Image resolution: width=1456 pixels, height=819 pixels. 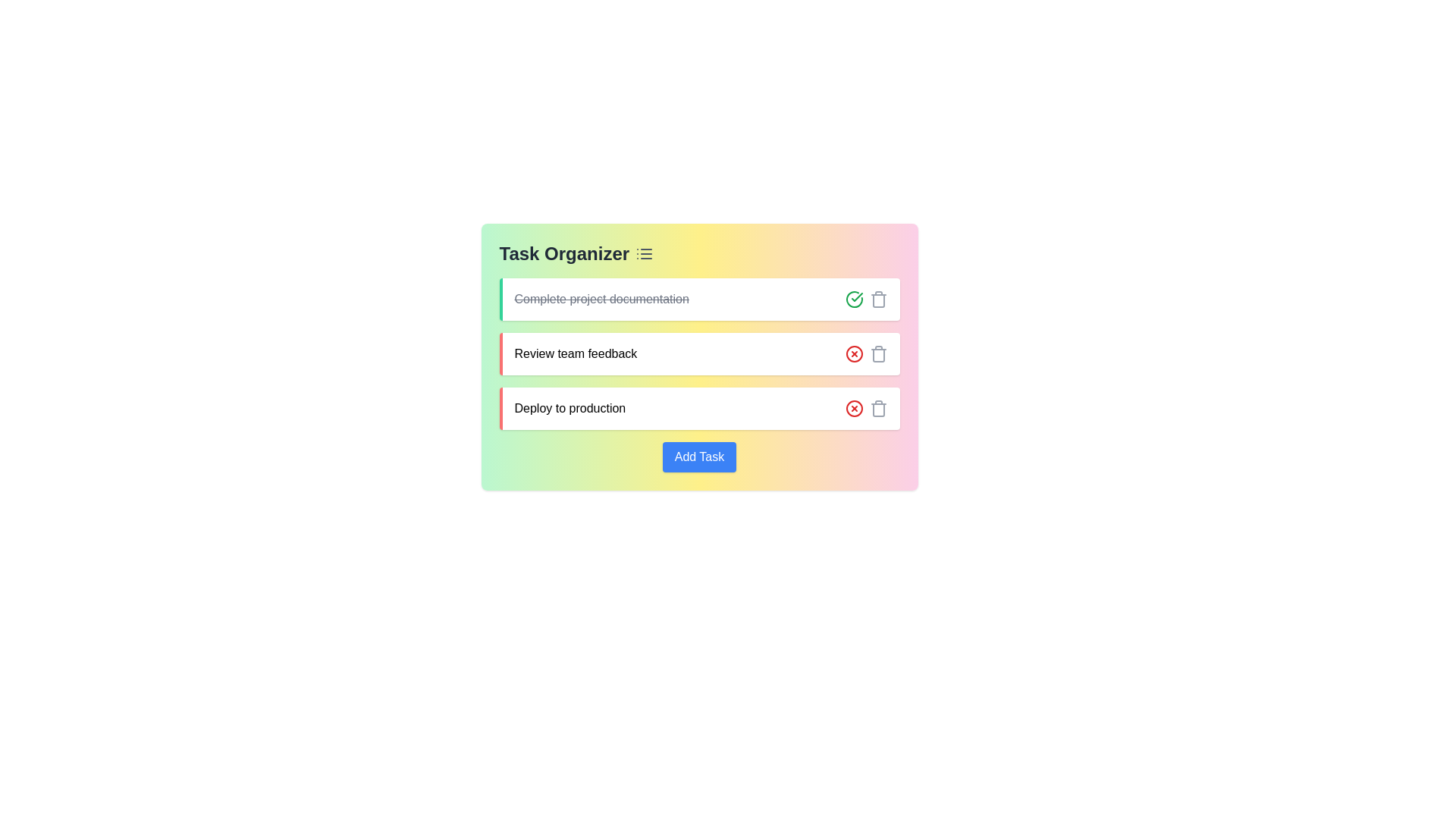 What do you see at coordinates (645, 253) in the screenshot?
I see `the list icon located in the header section, adjacent to the 'Task Organizer' text, which indicates categorized content` at bounding box center [645, 253].